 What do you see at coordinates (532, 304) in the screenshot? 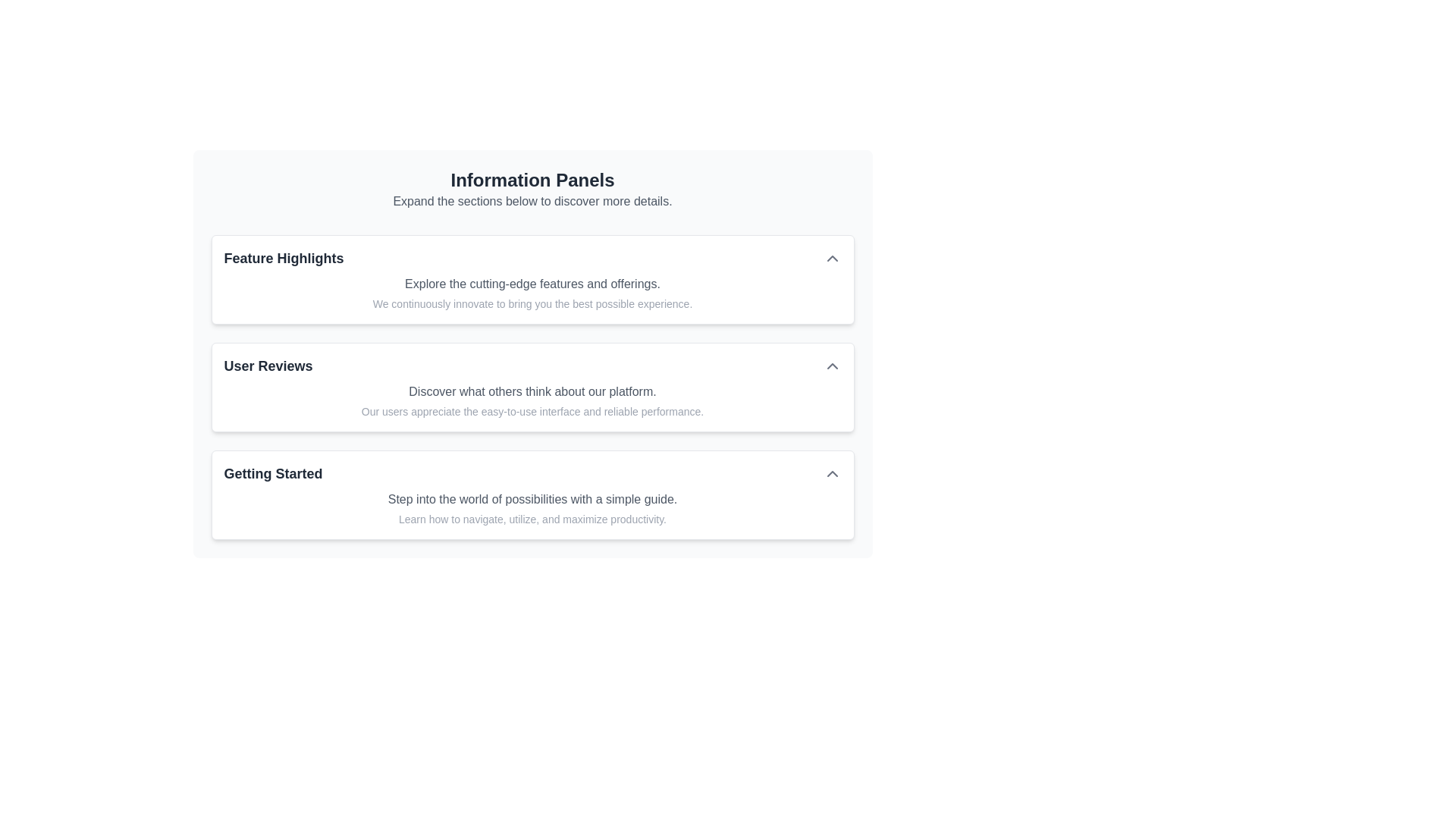
I see `the static text that reads 'We continuously innovate to bring you the best possible experience.' located at the bottom of the 'Feature Highlights' card` at bounding box center [532, 304].